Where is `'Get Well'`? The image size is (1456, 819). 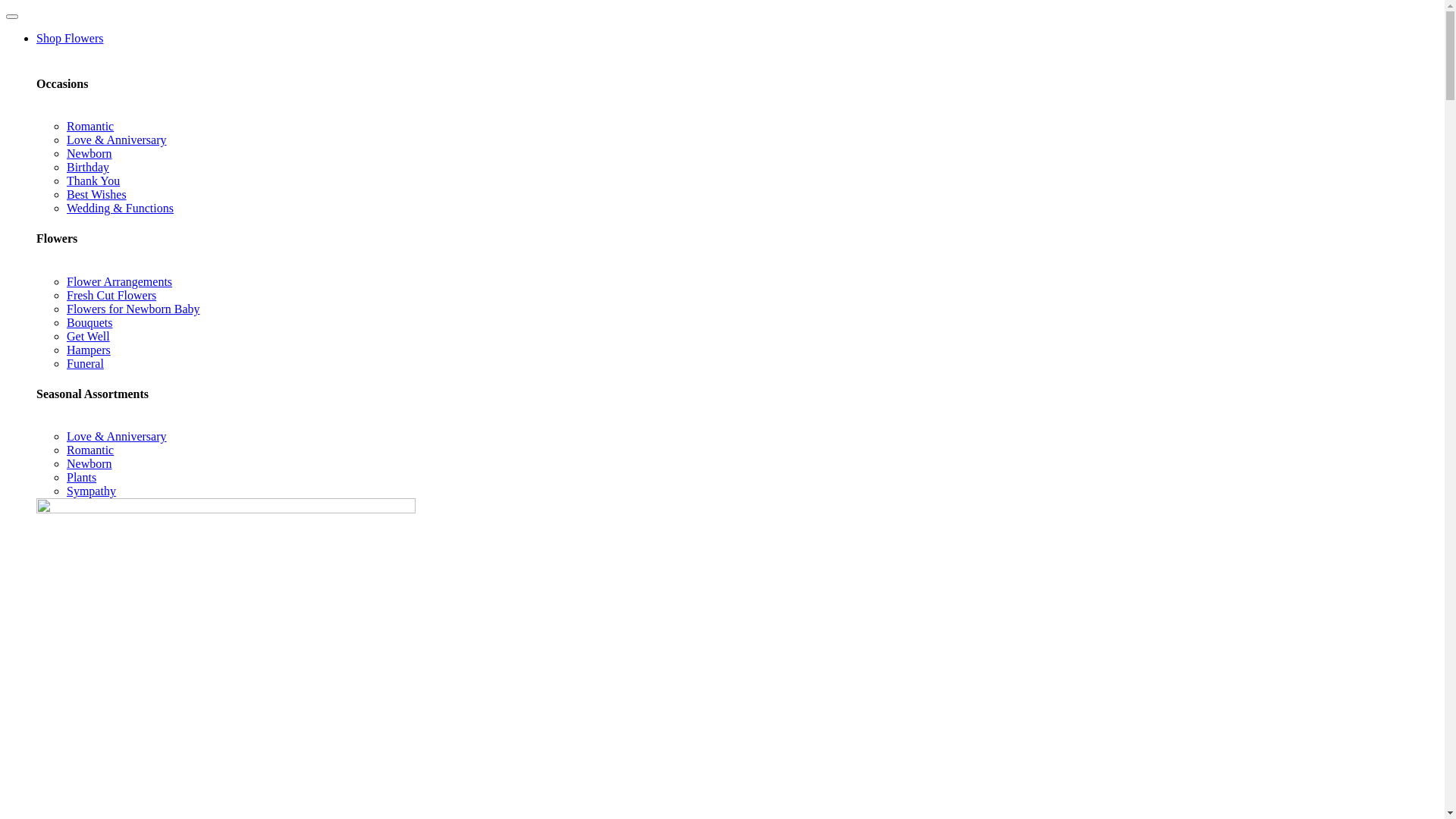
'Get Well' is located at coordinates (87, 335).